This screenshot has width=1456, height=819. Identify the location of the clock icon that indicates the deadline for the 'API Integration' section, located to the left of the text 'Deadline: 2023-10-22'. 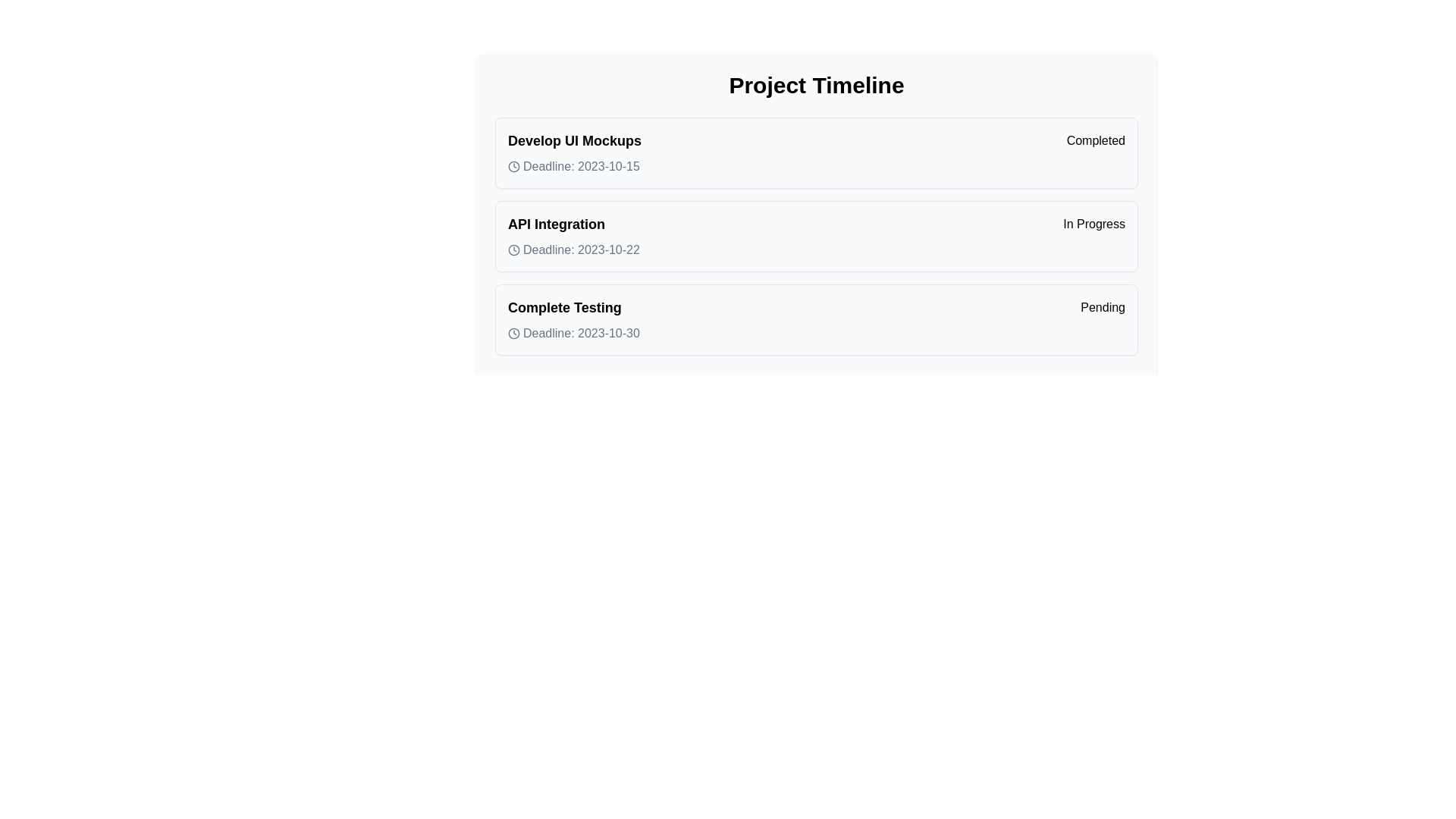
(513, 249).